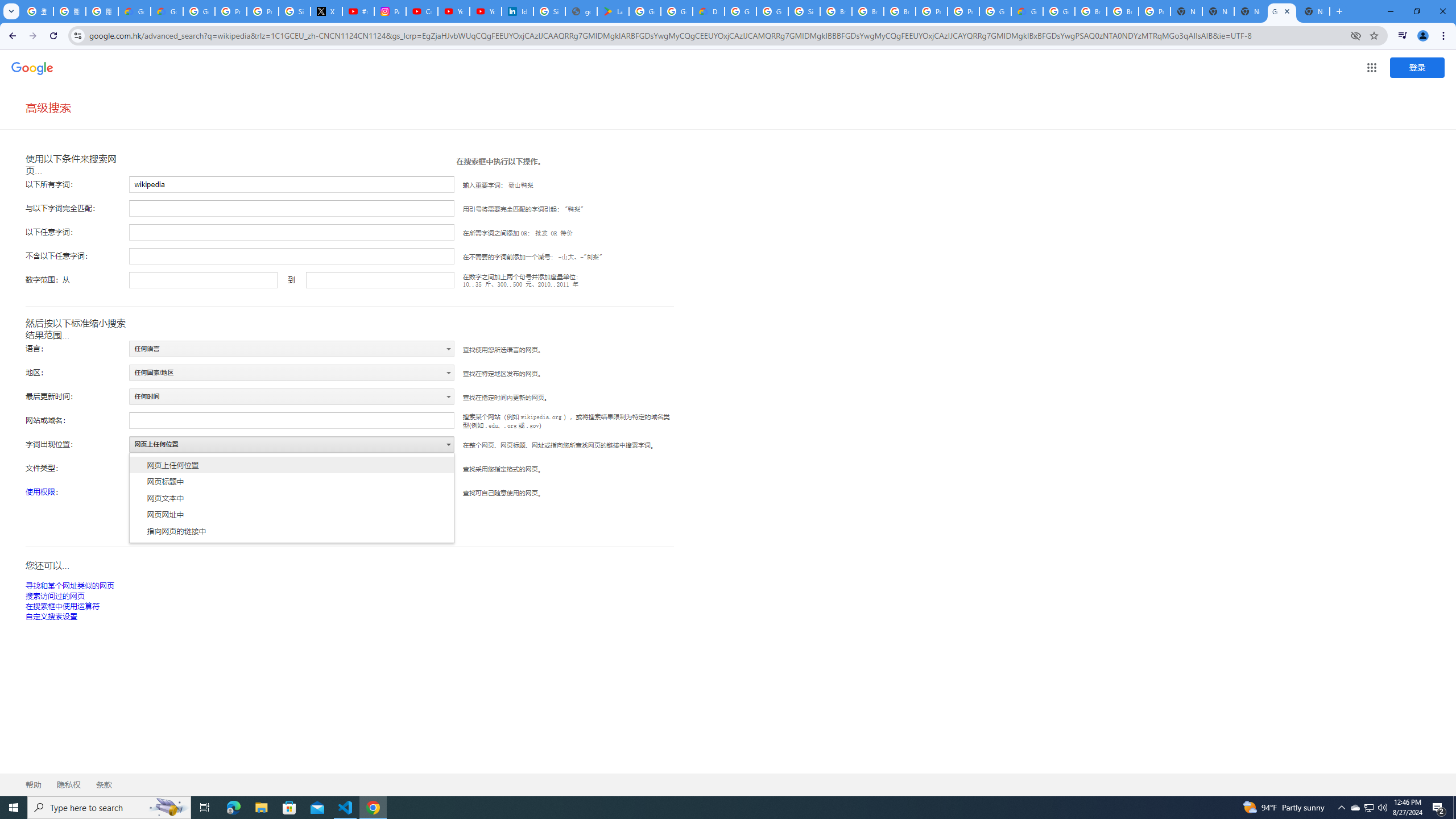  What do you see at coordinates (1314, 11) in the screenshot?
I see `'New Tab'` at bounding box center [1314, 11].